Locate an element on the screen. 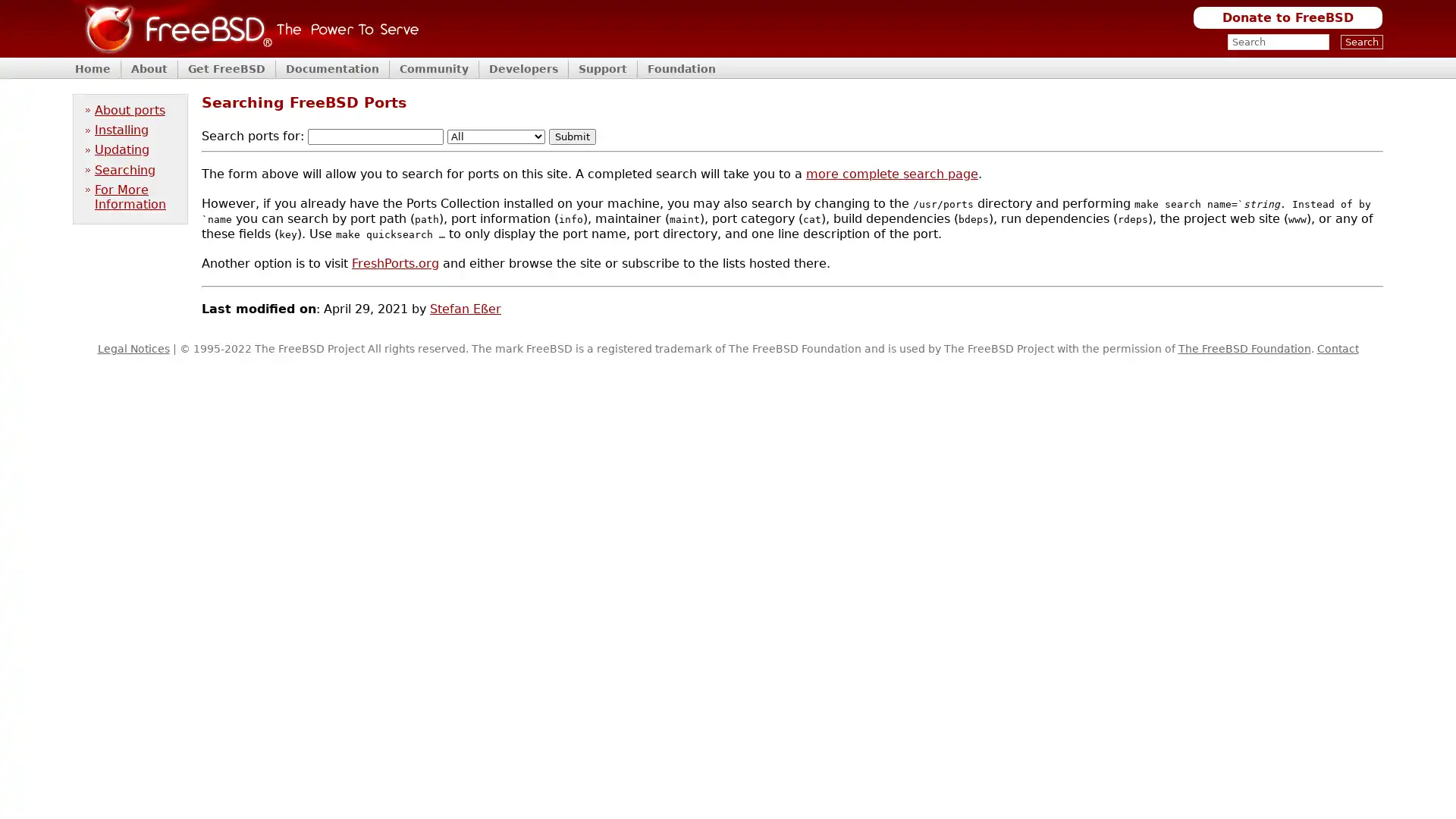 The width and height of the screenshot is (1456, 819). Search is located at coordinates (1361, 41).